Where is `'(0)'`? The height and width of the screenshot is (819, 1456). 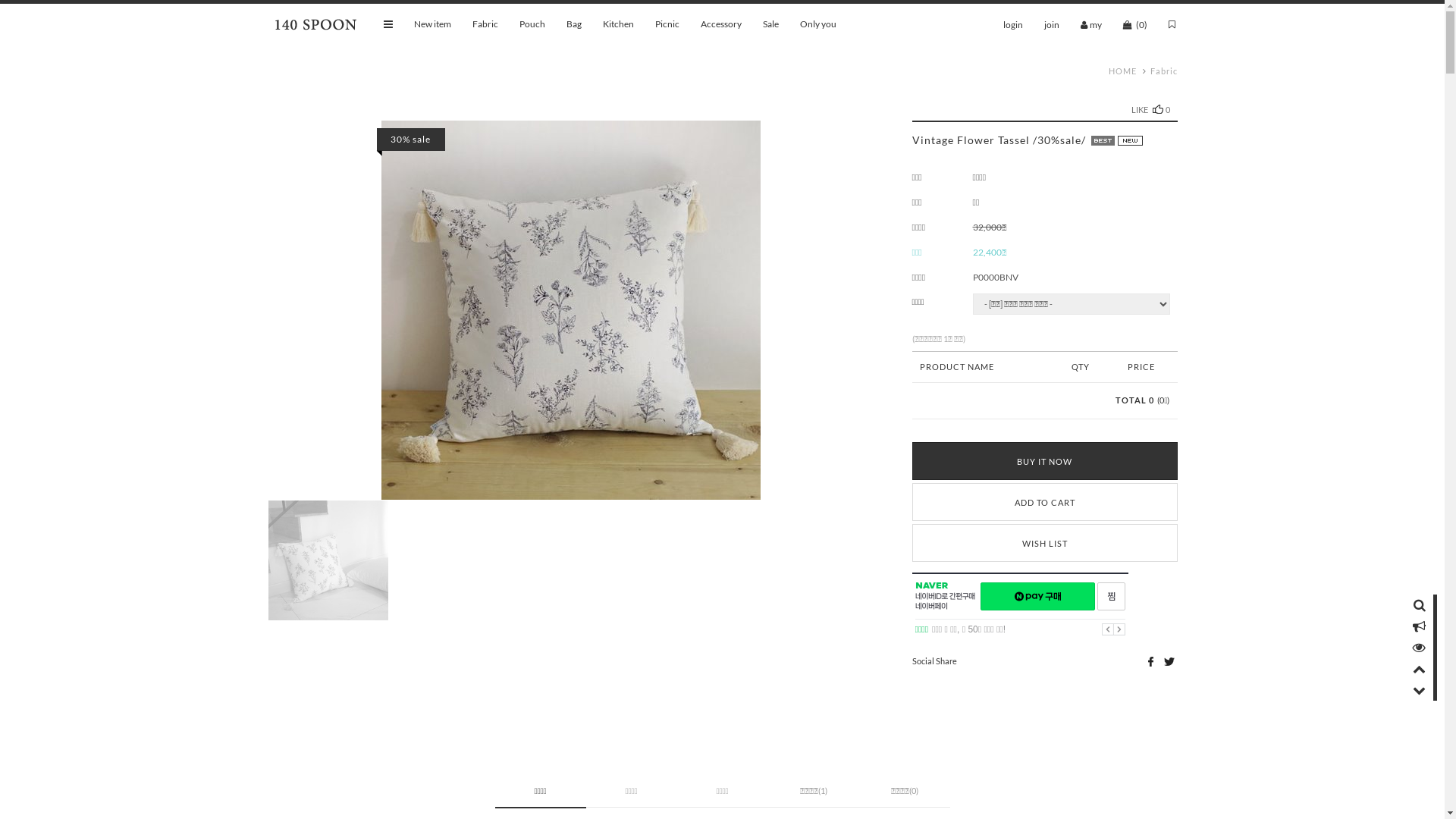
'(0)' is located at coordinates (1134, 24).